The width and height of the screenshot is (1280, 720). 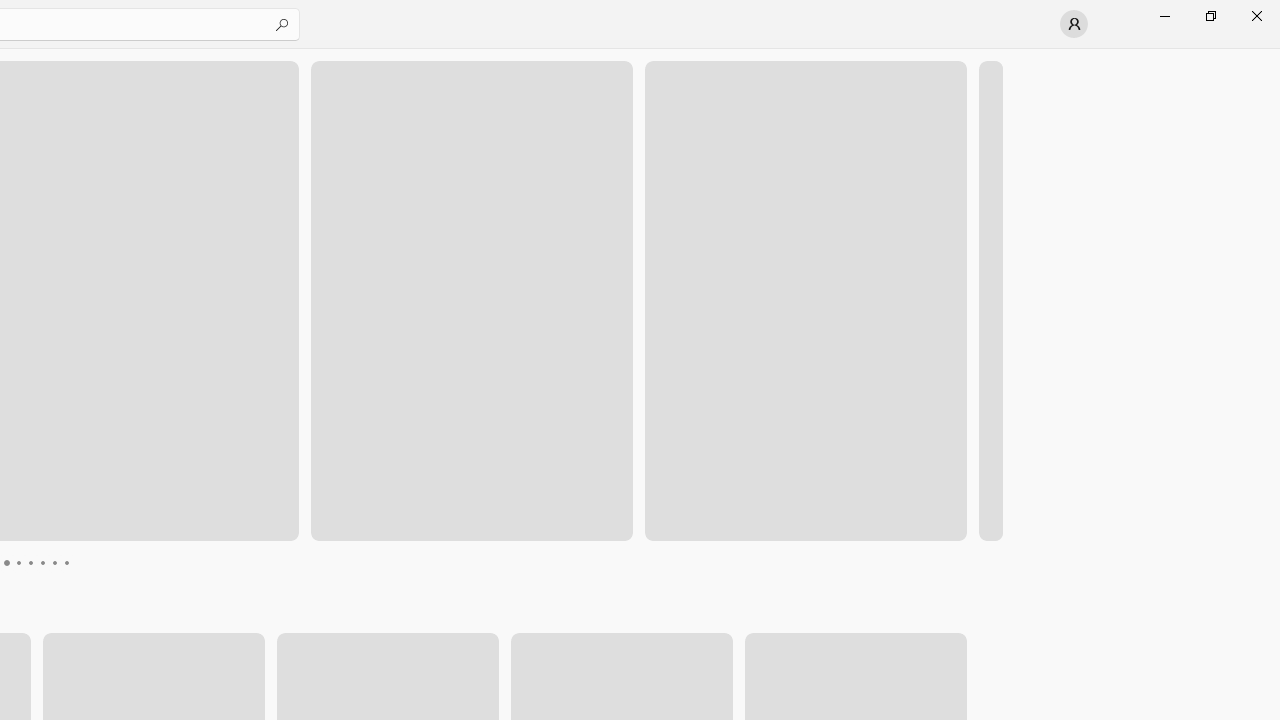 What do you see at coordinates (17, 563) in the screenshot?
I see `'Page 4'` at bounding box center [17, 563].